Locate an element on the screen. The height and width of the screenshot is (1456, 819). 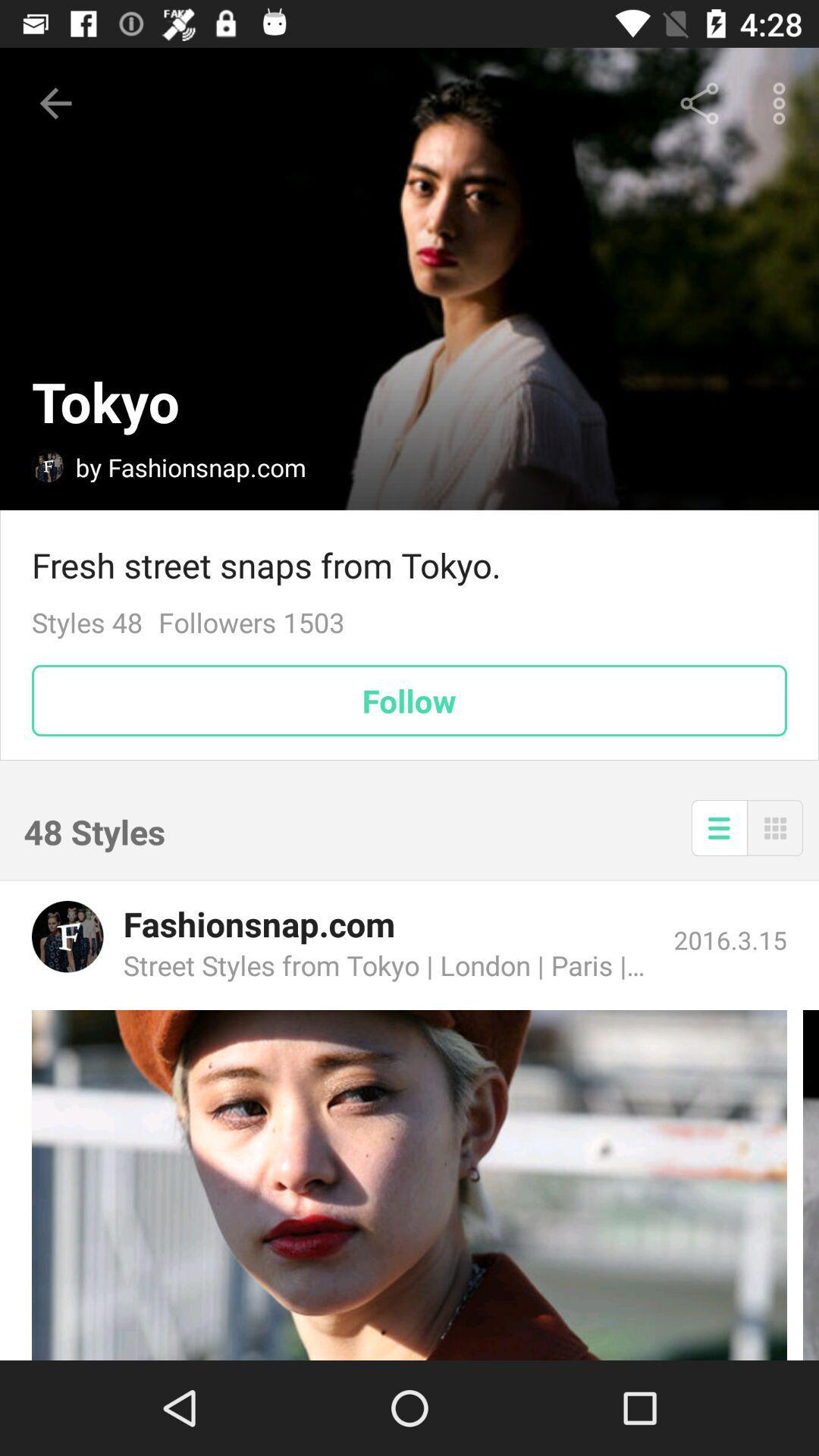
change to list type is located at coordinates (718, 827).